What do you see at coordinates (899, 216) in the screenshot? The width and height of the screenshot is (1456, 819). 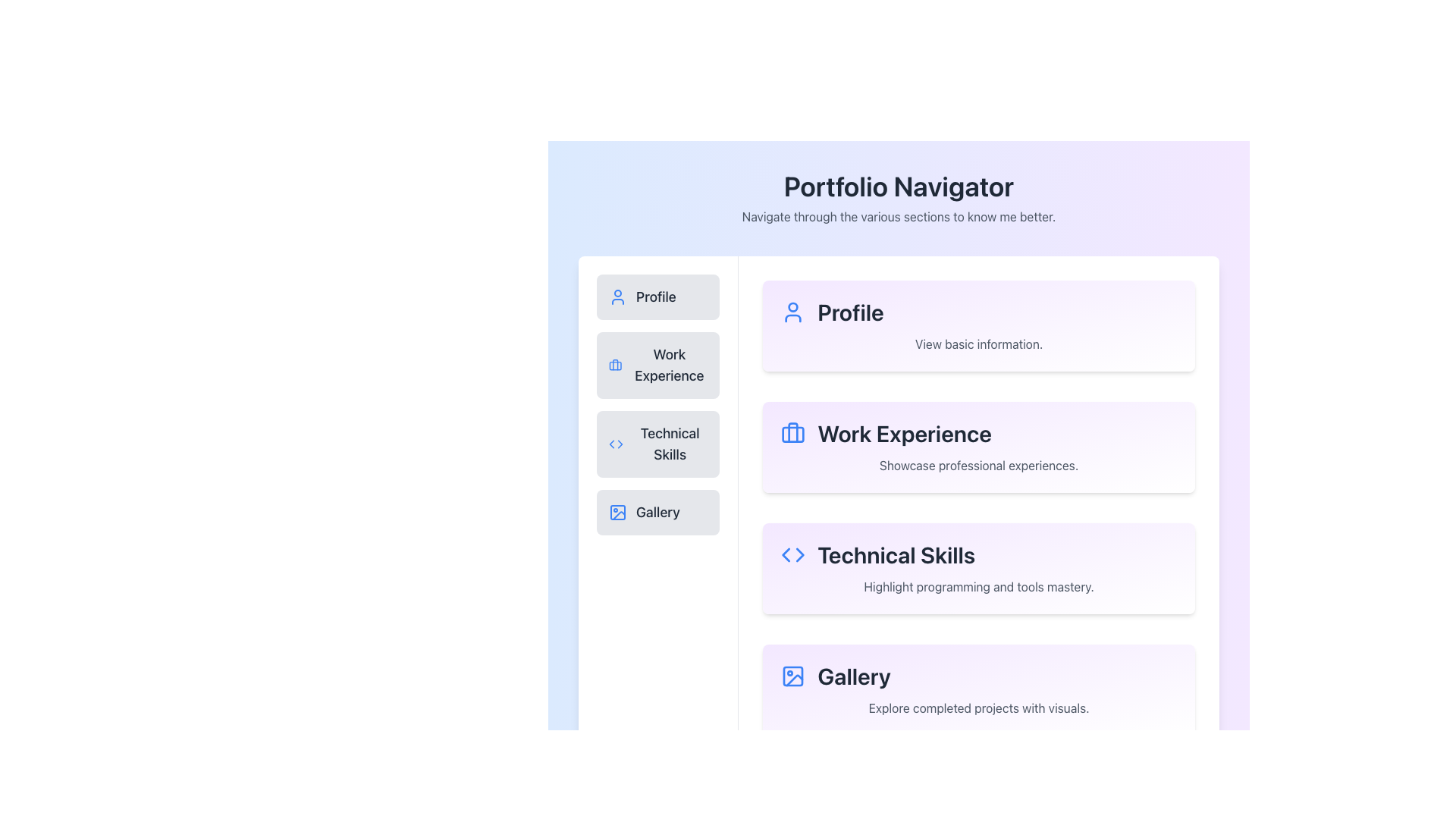 I see `the text element that reads 'Navigate through the various sections to know me better.' positioned below the 'Portfolio Navigator' header` at bounding box center [899, 216].